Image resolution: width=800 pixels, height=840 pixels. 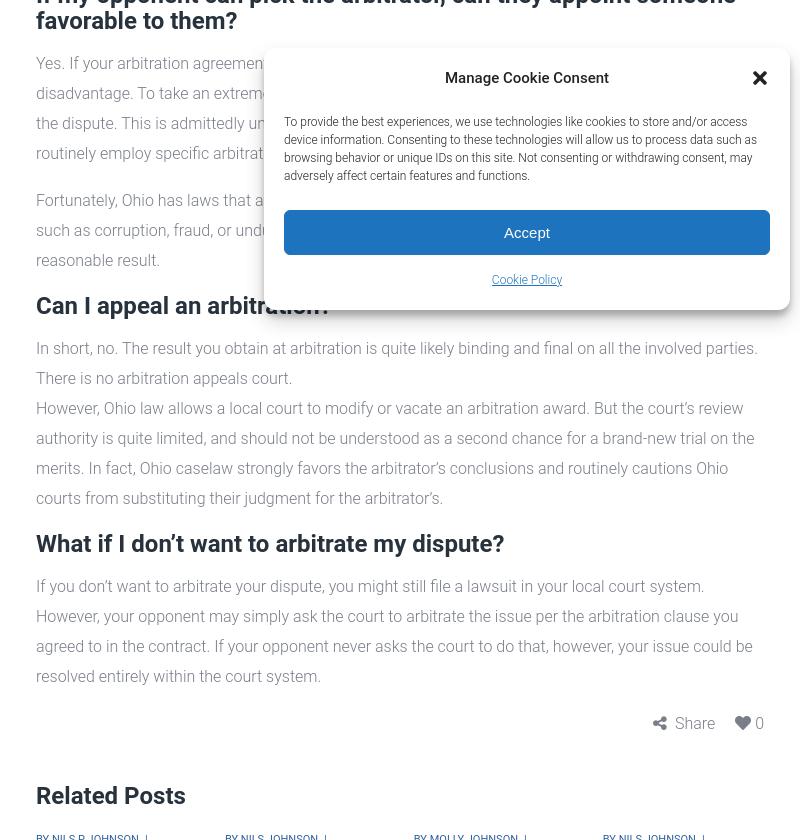 I want to click on 'However, Ohio law allows a local court to modify or vacate an arbitration award. But the court’s review authority is quite limited, and should not be understood as a second chance for a brand-new trial on the merits. In fact, Ohio caselaw strongly favors the arbitrator’s conclusions and routinely cautions Ohio courts from substituting their judgment for the arbitrator’s.', so click(x=394, y=453).